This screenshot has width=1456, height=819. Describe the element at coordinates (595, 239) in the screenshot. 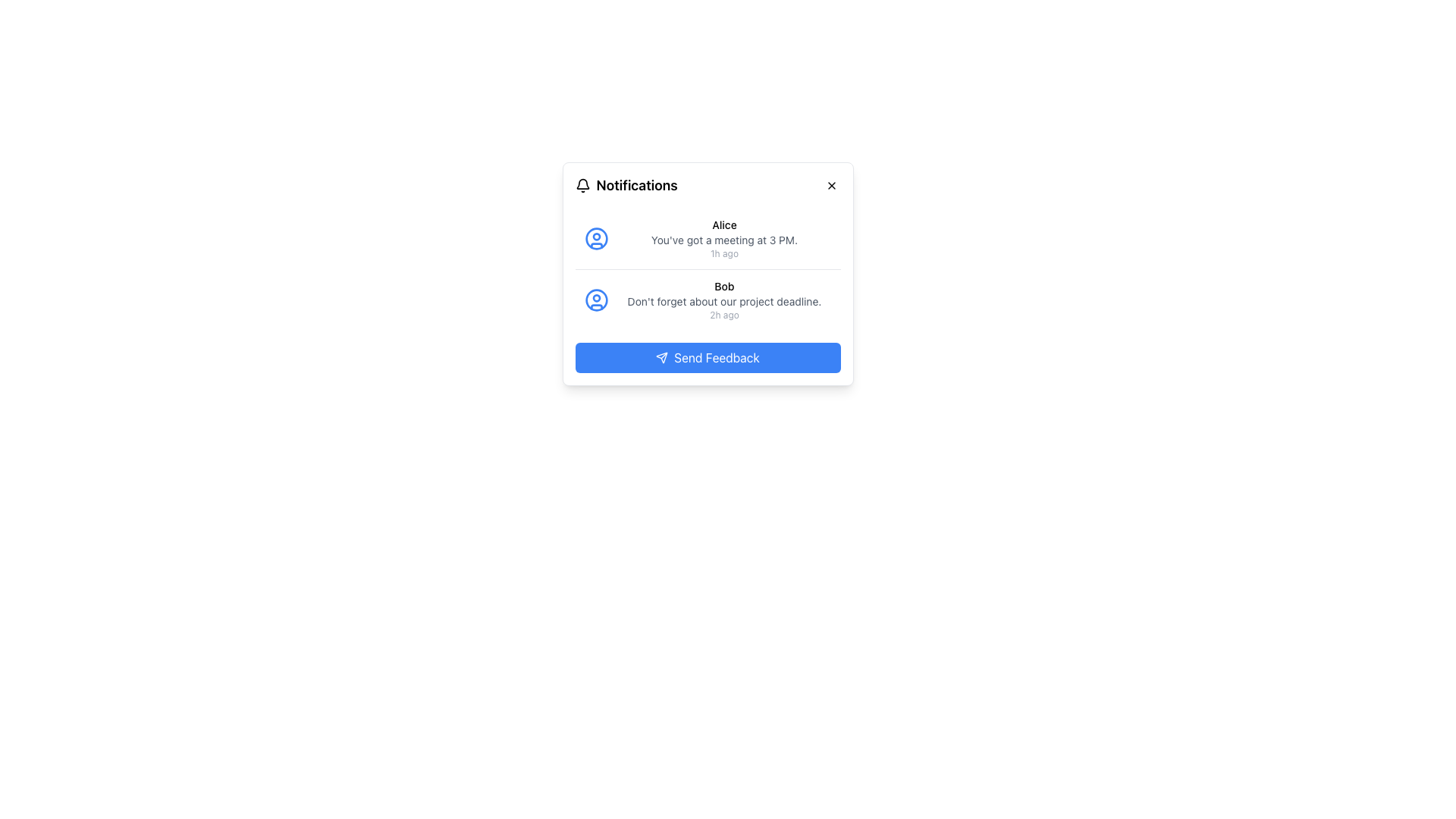

I see `the blue circled user silhouette profile icon in the notification list, which is located next to the text 'Alice You've got a meeting at 3 PM. 1h ago'` at that location.